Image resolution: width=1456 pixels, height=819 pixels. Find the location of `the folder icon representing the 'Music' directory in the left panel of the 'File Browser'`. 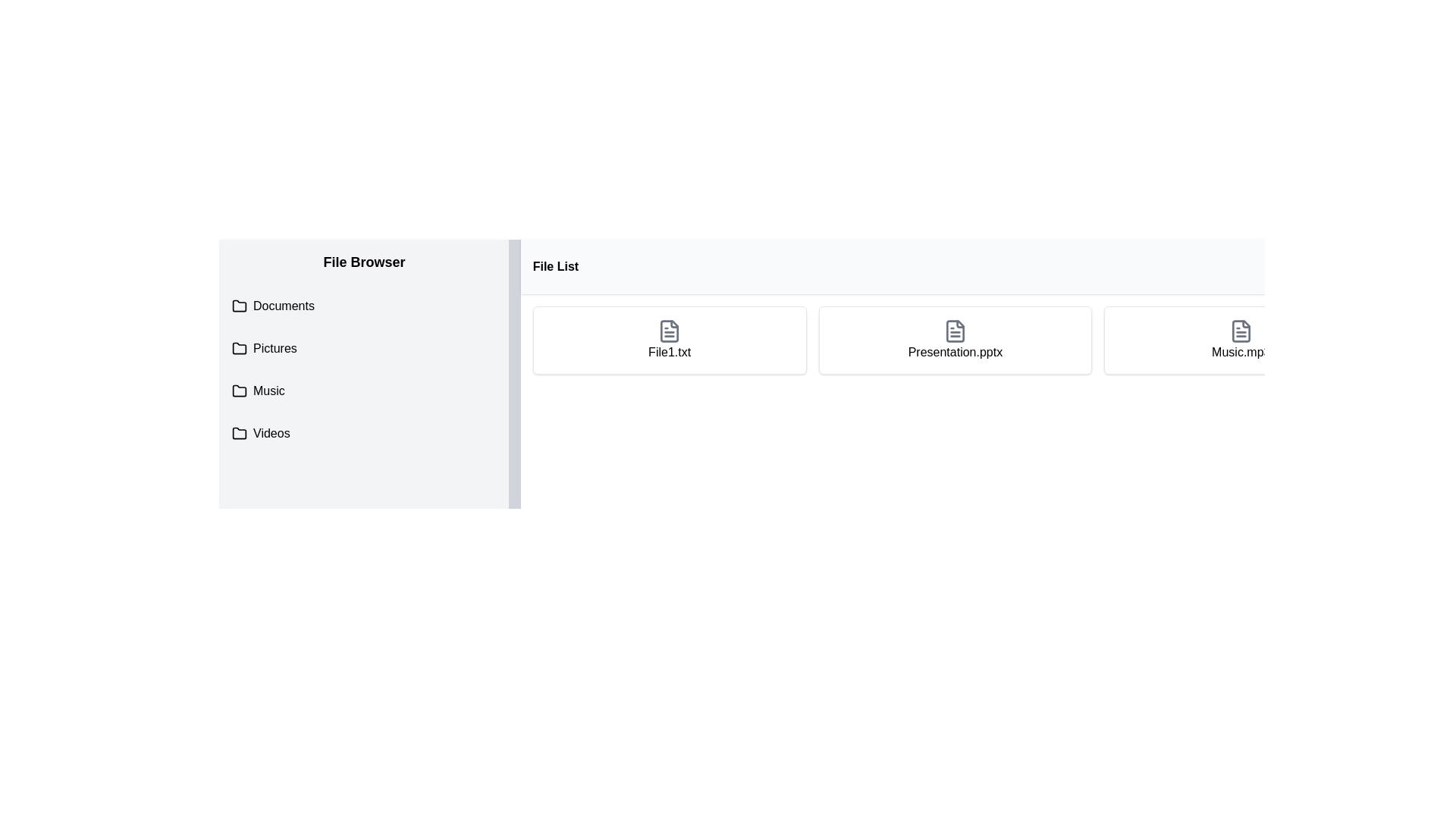

the folder icon representing the 'Music' directory in the left panel of the 'File Browser' is located at coordinates (239, 390).